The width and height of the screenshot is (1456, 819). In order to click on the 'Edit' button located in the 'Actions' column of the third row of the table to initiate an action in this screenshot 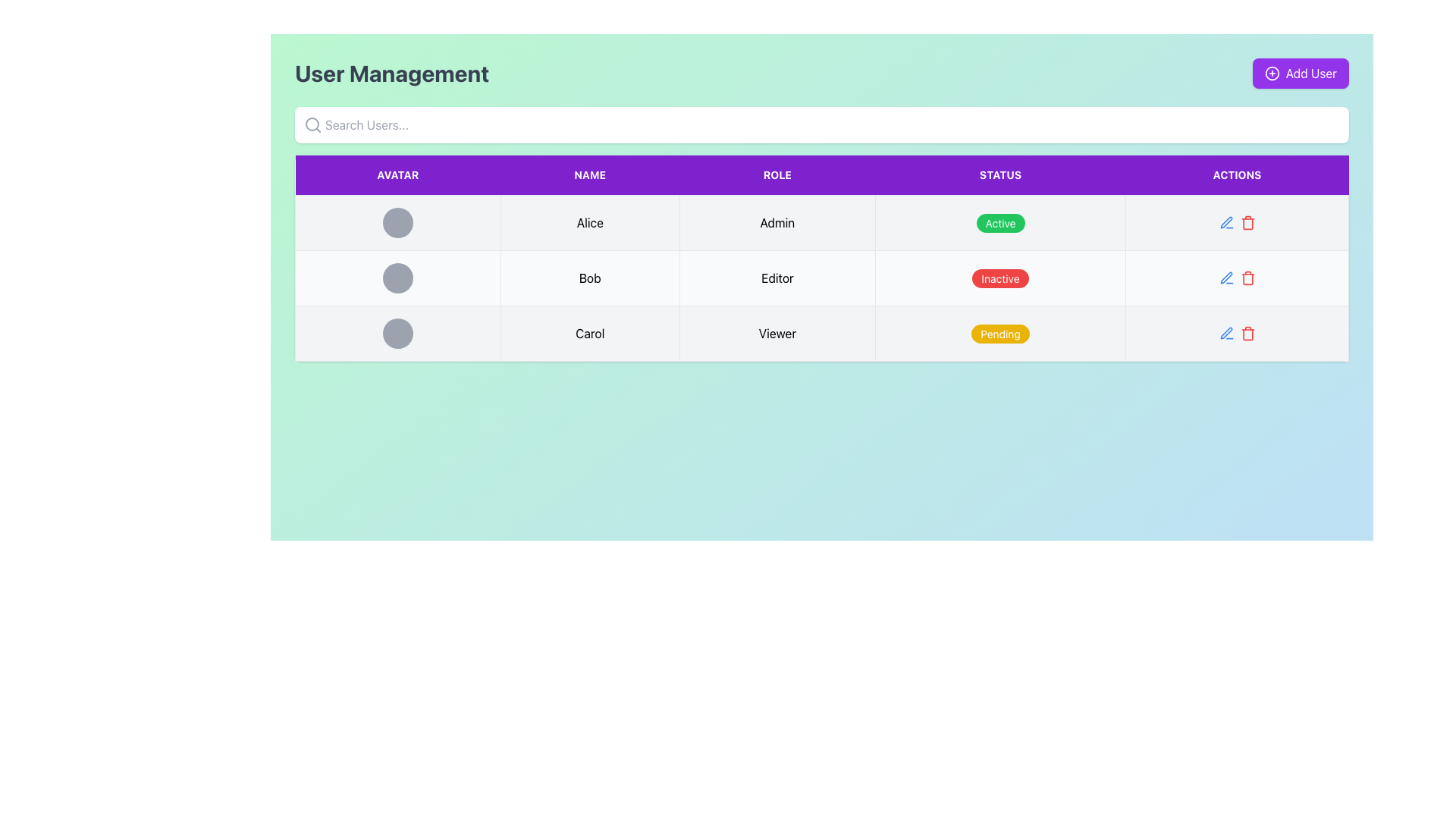, I will do `click(1226, 332)`.